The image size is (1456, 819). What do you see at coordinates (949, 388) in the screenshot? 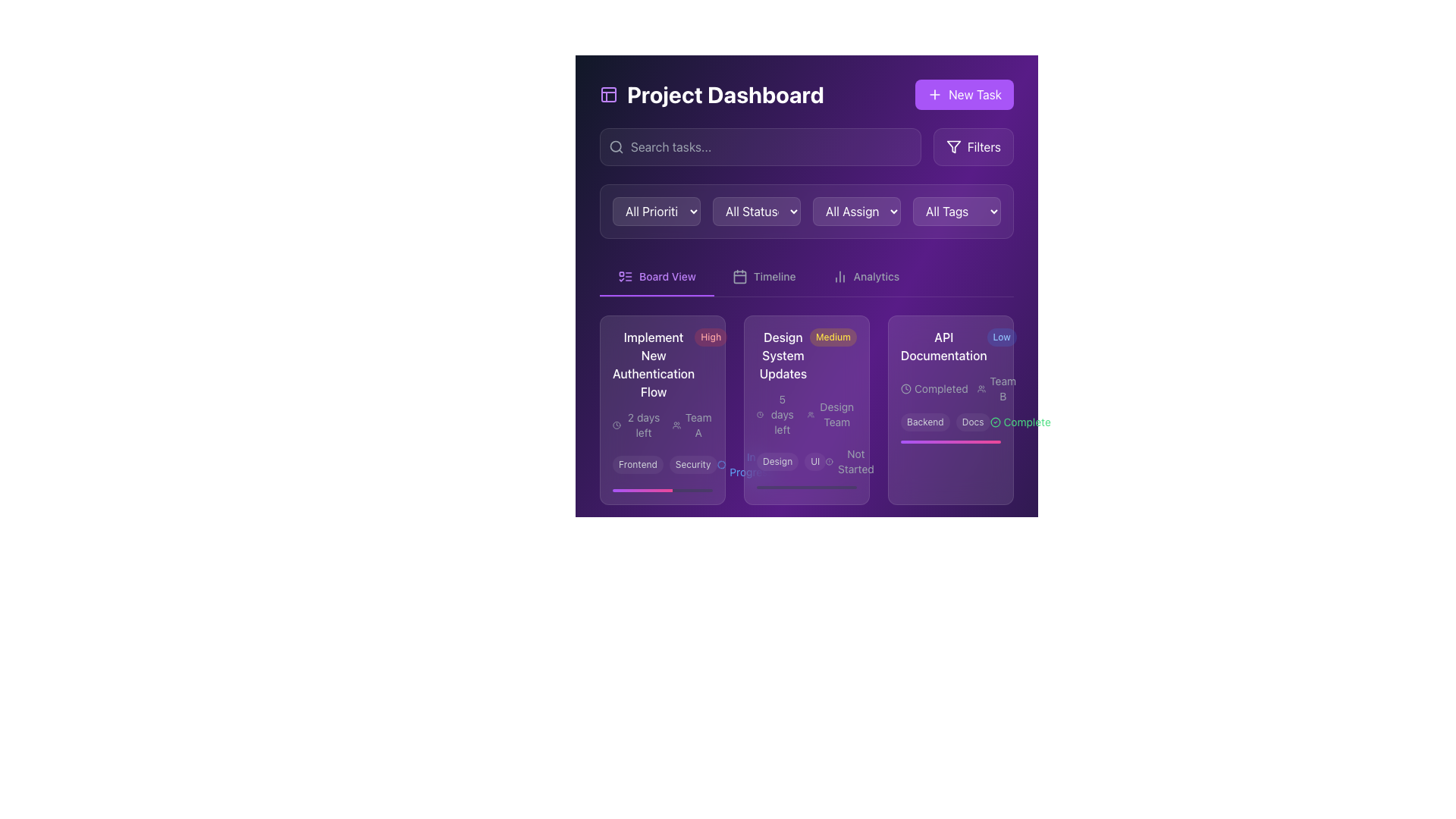
I see `the status label displaying 'Completed' for the 'API Documentation' card, which is located in the second row of its content` at bounding box center [949, 388].